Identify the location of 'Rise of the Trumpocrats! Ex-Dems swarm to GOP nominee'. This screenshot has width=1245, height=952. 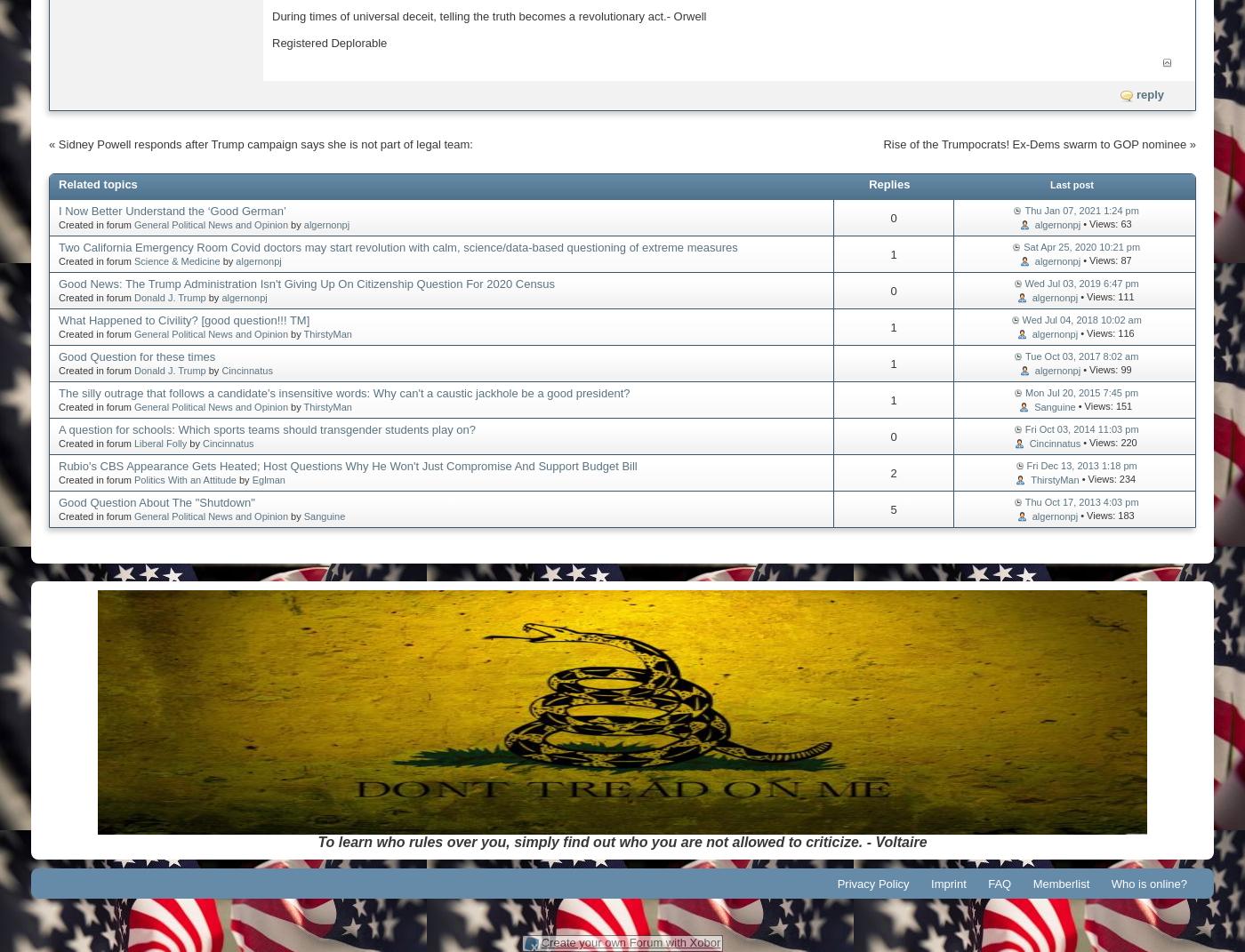
(1034, 143).